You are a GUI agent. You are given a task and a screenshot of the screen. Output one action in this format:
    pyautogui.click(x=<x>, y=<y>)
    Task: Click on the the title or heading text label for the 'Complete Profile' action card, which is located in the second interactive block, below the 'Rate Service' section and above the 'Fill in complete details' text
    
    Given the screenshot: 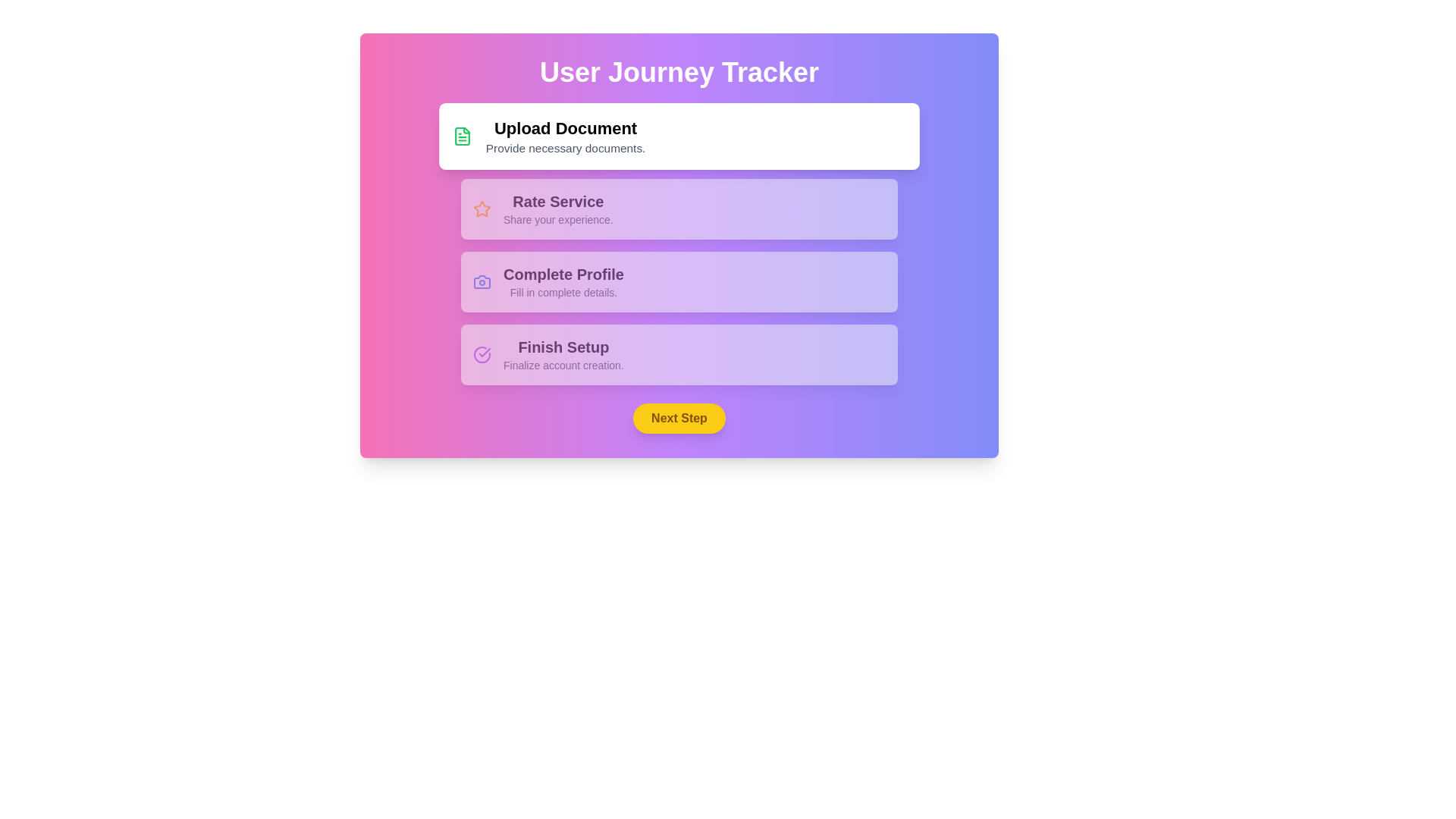 What is the action you would take?
    pyautogui.click(x=563, y=275)
    